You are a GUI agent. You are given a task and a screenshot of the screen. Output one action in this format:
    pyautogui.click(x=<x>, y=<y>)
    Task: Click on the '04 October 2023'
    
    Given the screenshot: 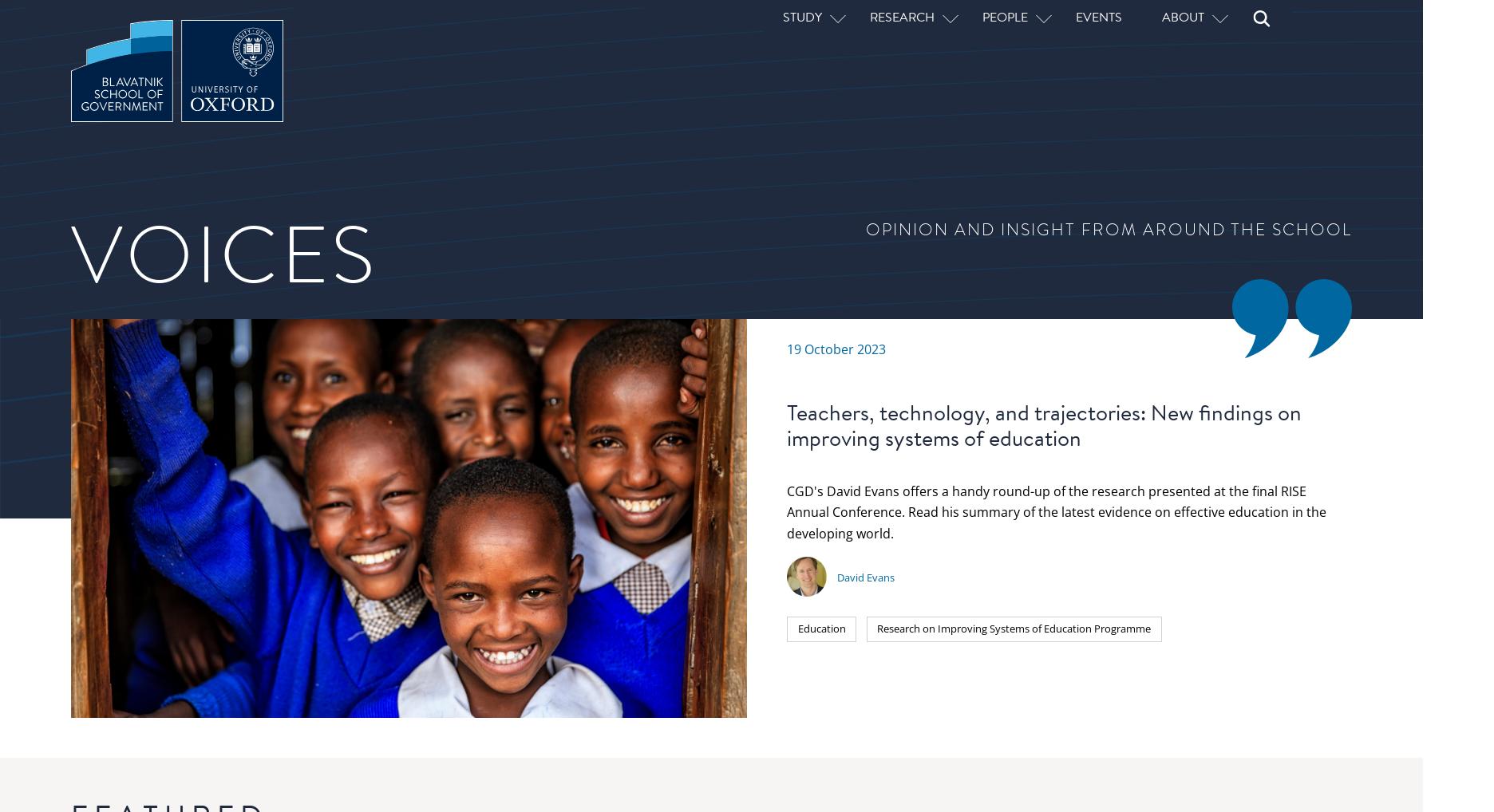 What is the action you would take?
    pyautogui.click(x=575, y=552)
    